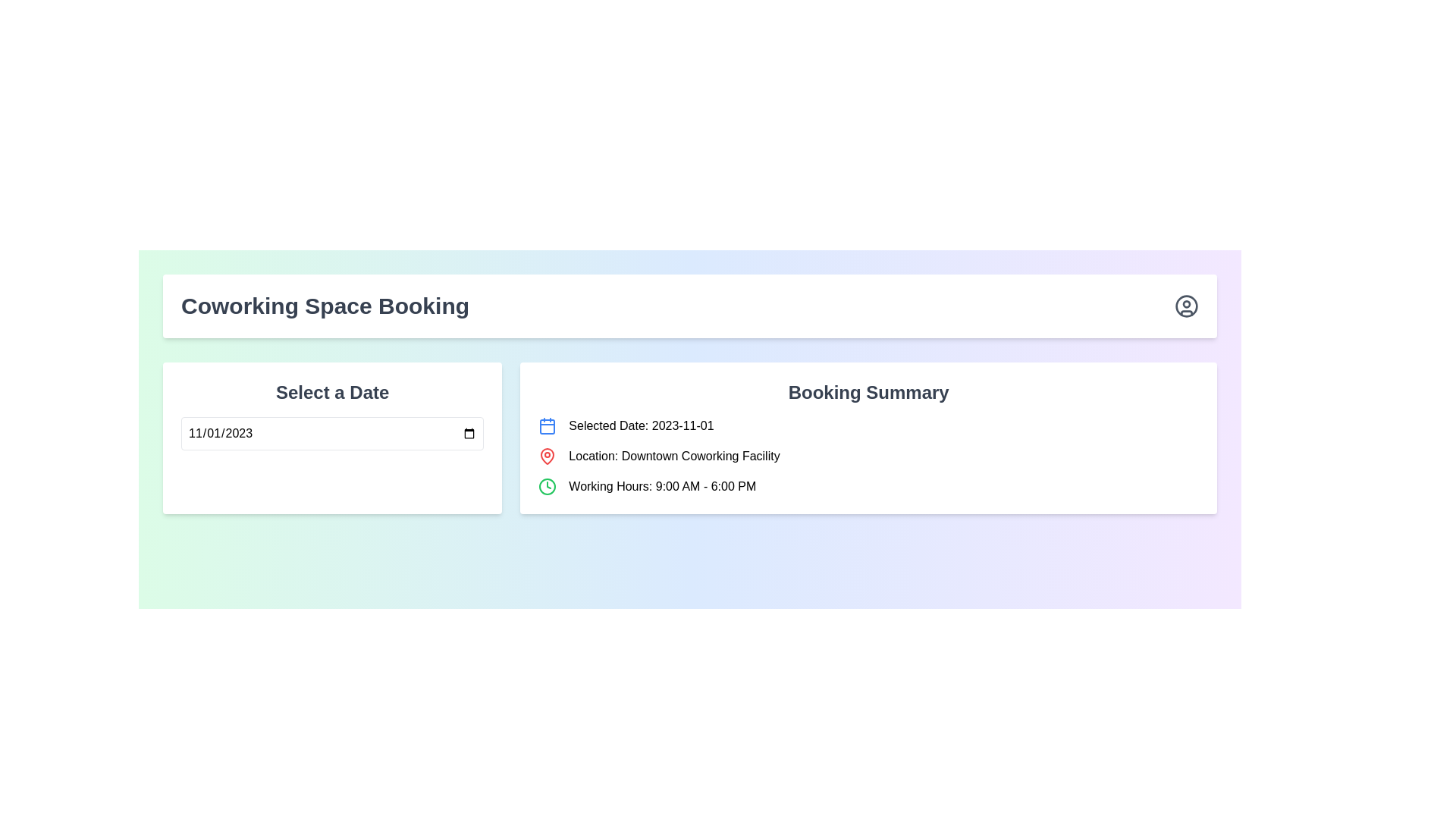 This screenshot has width=1456, height=819. Describe the element at coordinates (868, 391) in the screenshot. I see `the Text-based header located at the top of the white card section on the right side of the interface, below the main title 'Coworking Space Booking'` at that location.